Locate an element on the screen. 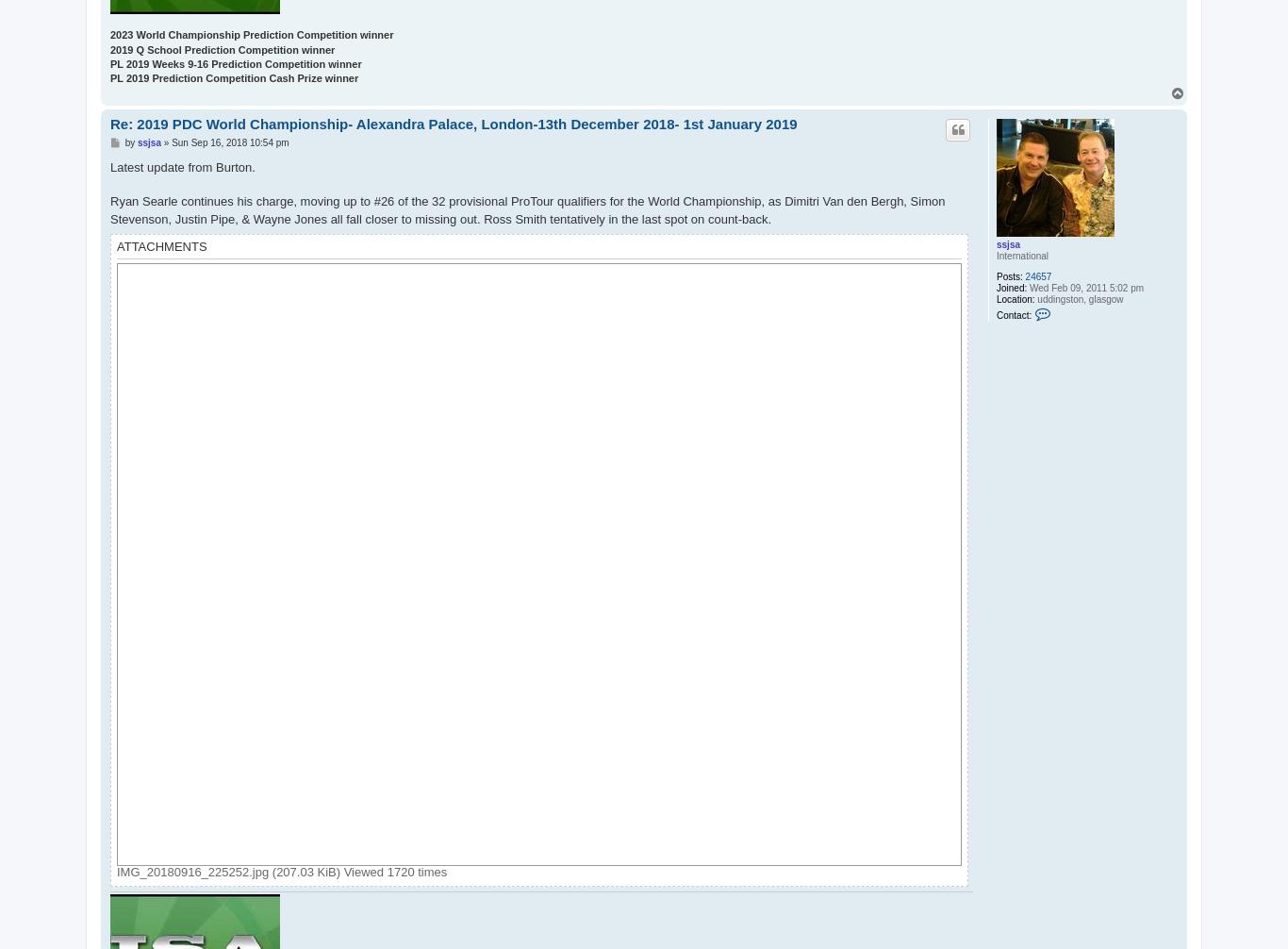  'IMG_20180916_225252.jpg (207.03 KiB) Viewed 1720 times' is located at coordinates (116, 871).